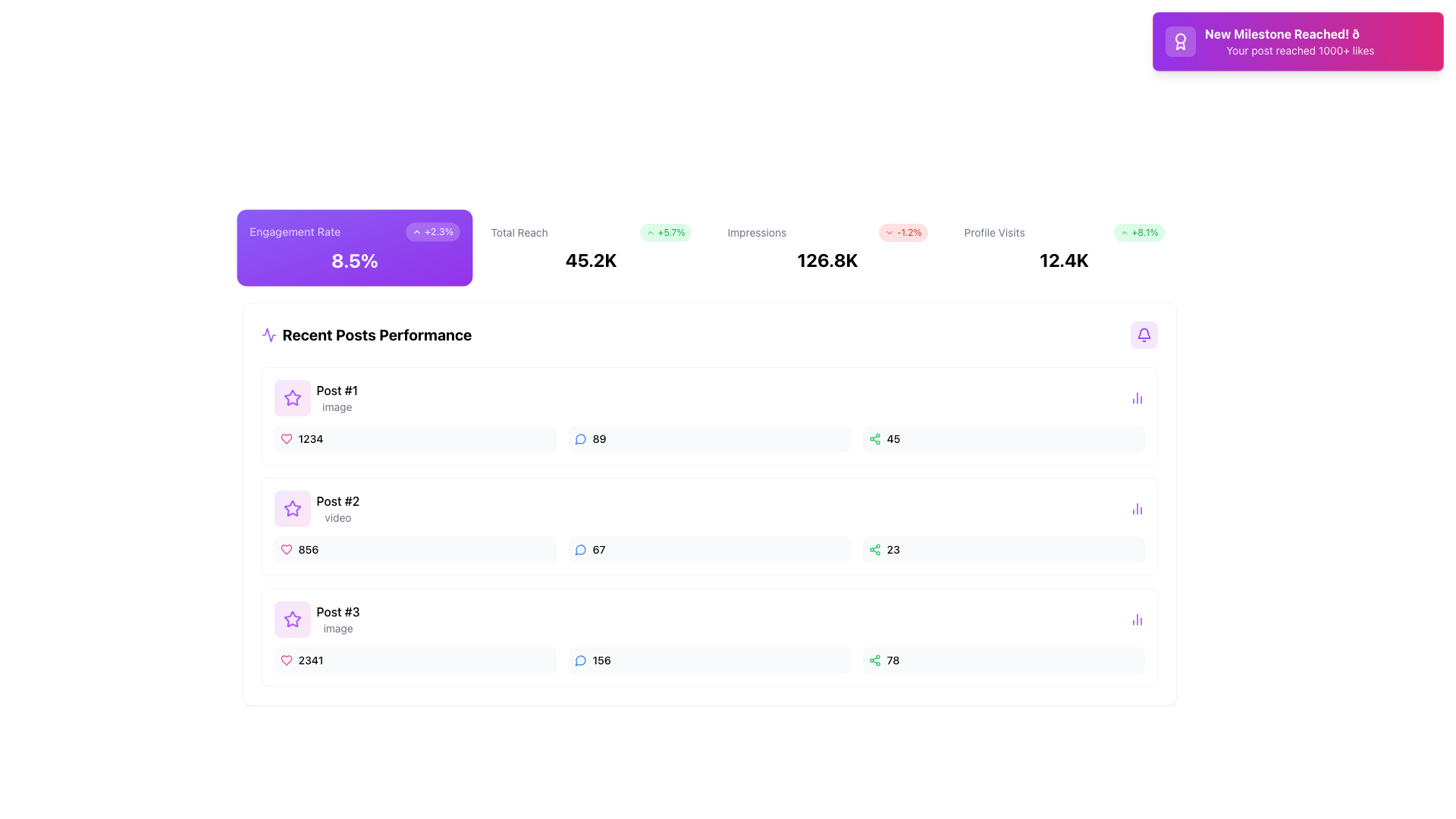 This screenshot has width=1456, height=819. Describe the element at coordinates (1179, 37) in the screenshot. I see `central circular detail of the award icon located in the top-right corner of the interface, adjacent to the 'New Milestone Reached!' notification banner` at that location.